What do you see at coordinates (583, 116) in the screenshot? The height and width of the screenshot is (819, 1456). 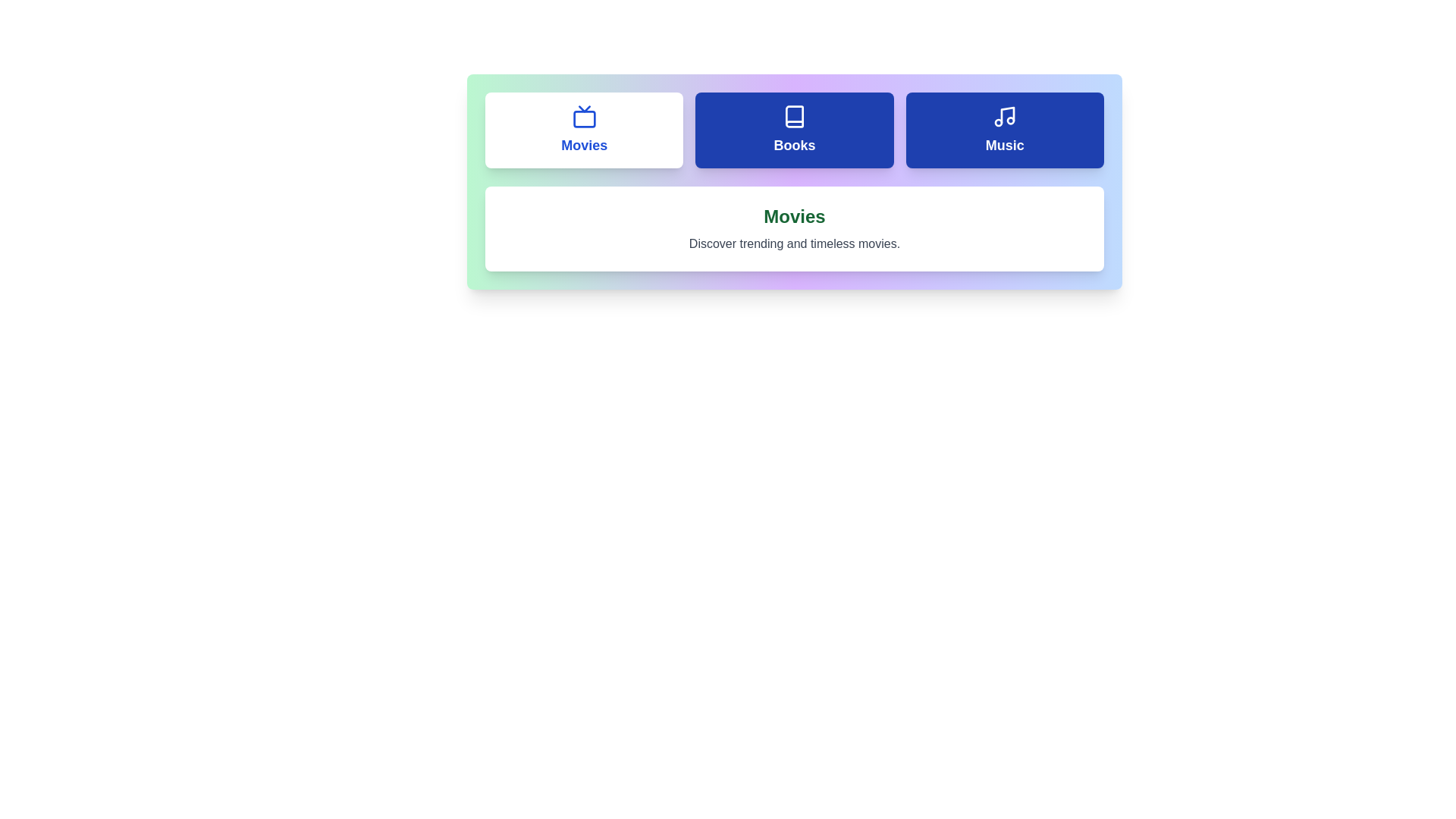 I see `the blue television icon` at bounding box center [583, 116].